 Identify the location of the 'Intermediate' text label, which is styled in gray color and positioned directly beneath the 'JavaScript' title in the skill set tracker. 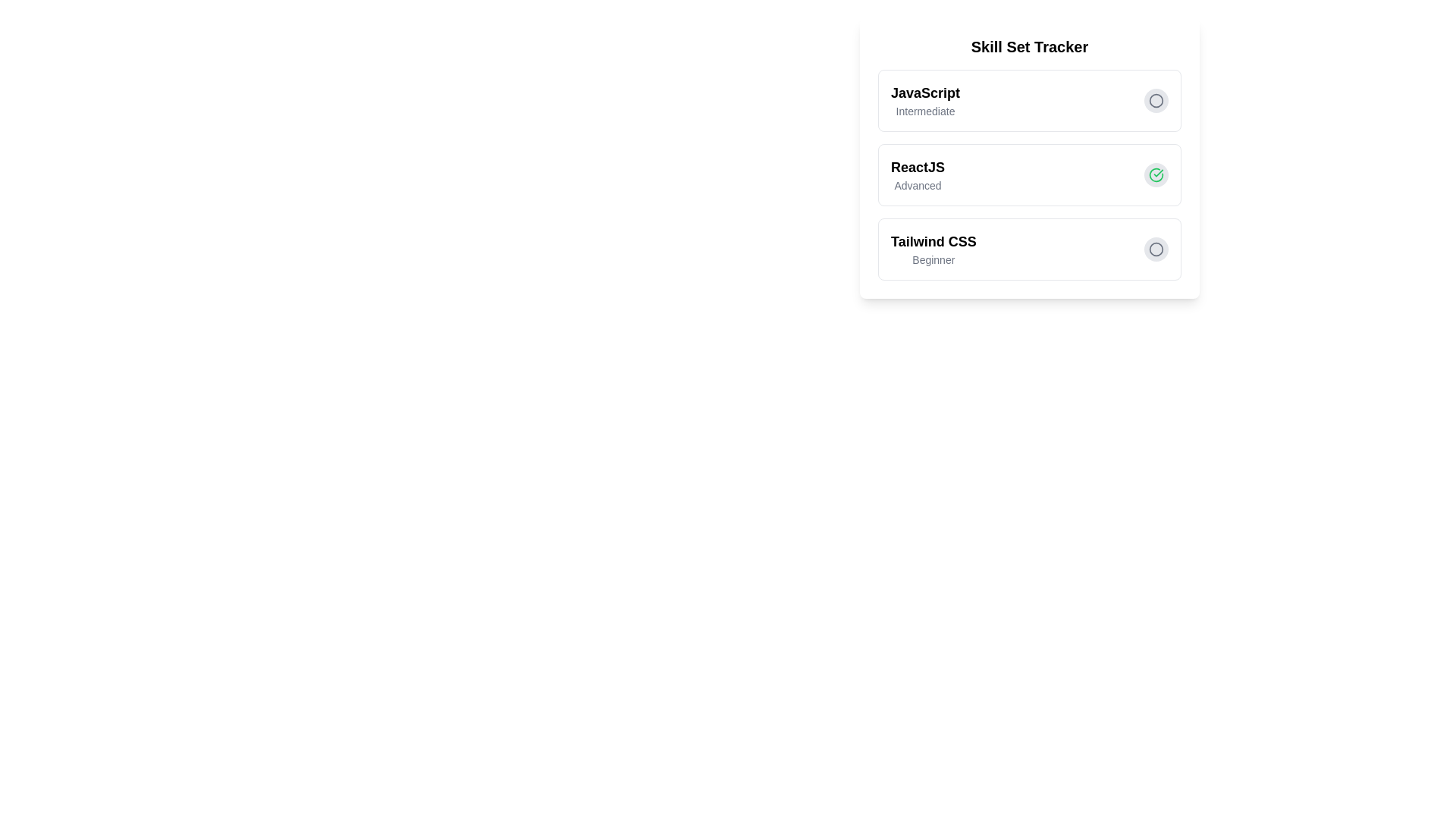
(924, 110).